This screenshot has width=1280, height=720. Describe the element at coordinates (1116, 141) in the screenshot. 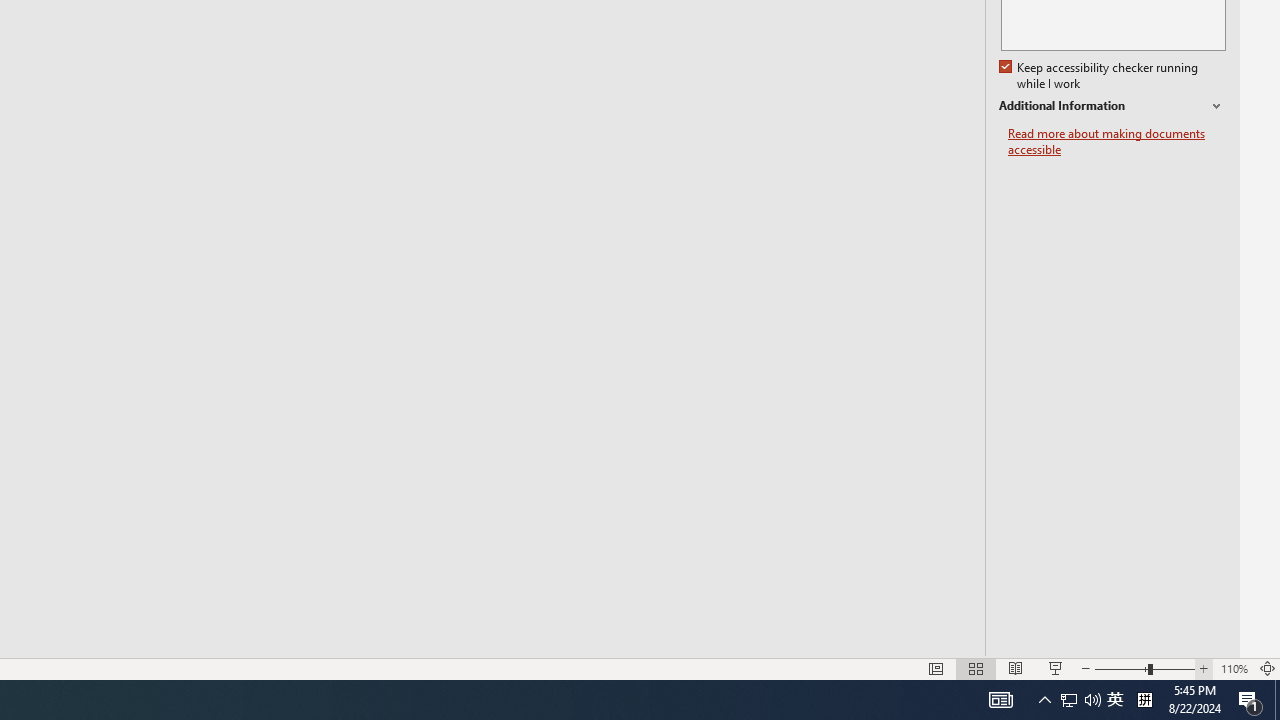

I see `'Read more about making documents accessible'` at that location.